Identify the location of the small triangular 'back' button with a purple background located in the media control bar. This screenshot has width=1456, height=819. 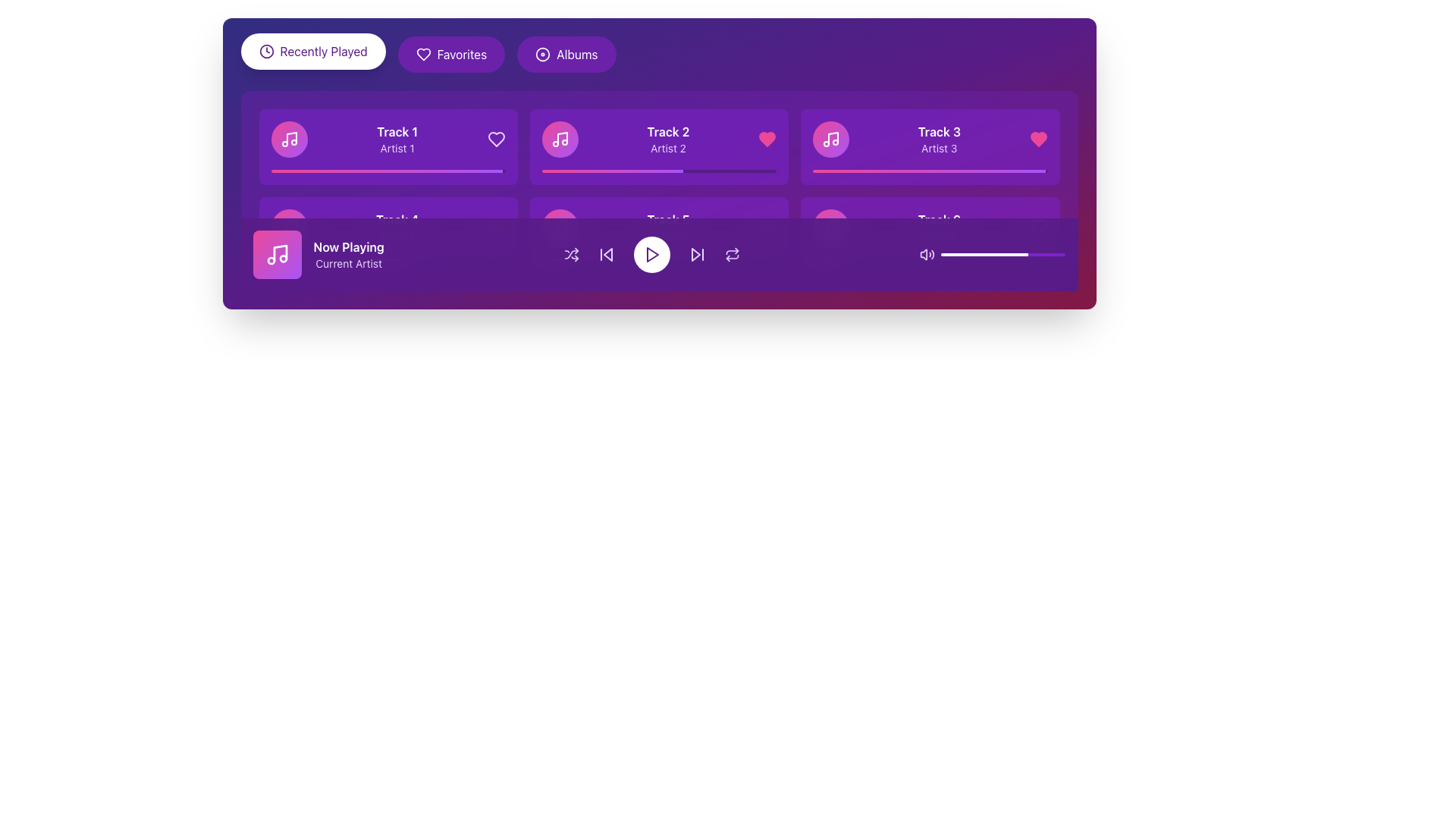
(608, 253).